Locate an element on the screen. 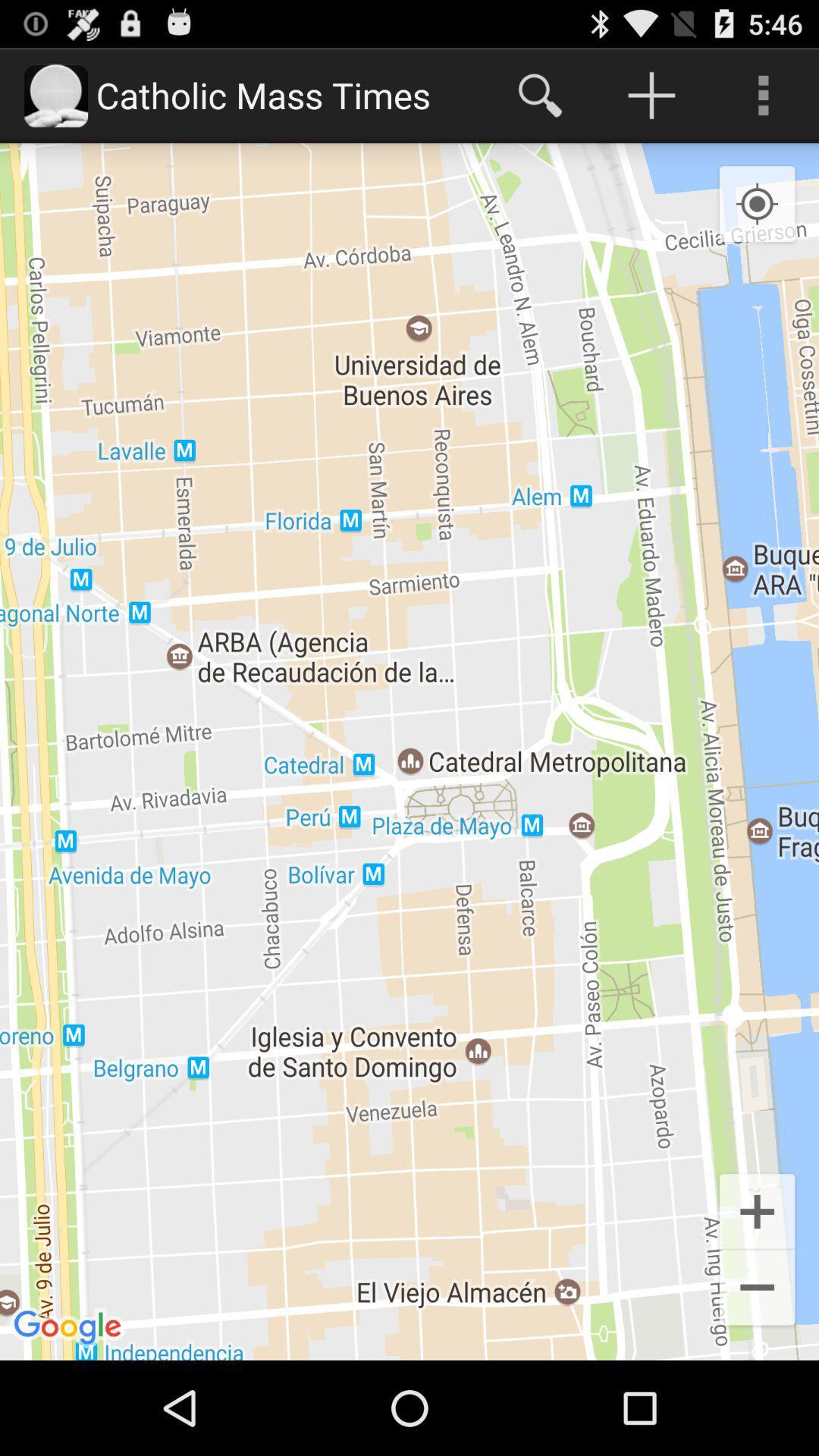  the icon next to the catholic mass times app is located at coordinates (539, 94).